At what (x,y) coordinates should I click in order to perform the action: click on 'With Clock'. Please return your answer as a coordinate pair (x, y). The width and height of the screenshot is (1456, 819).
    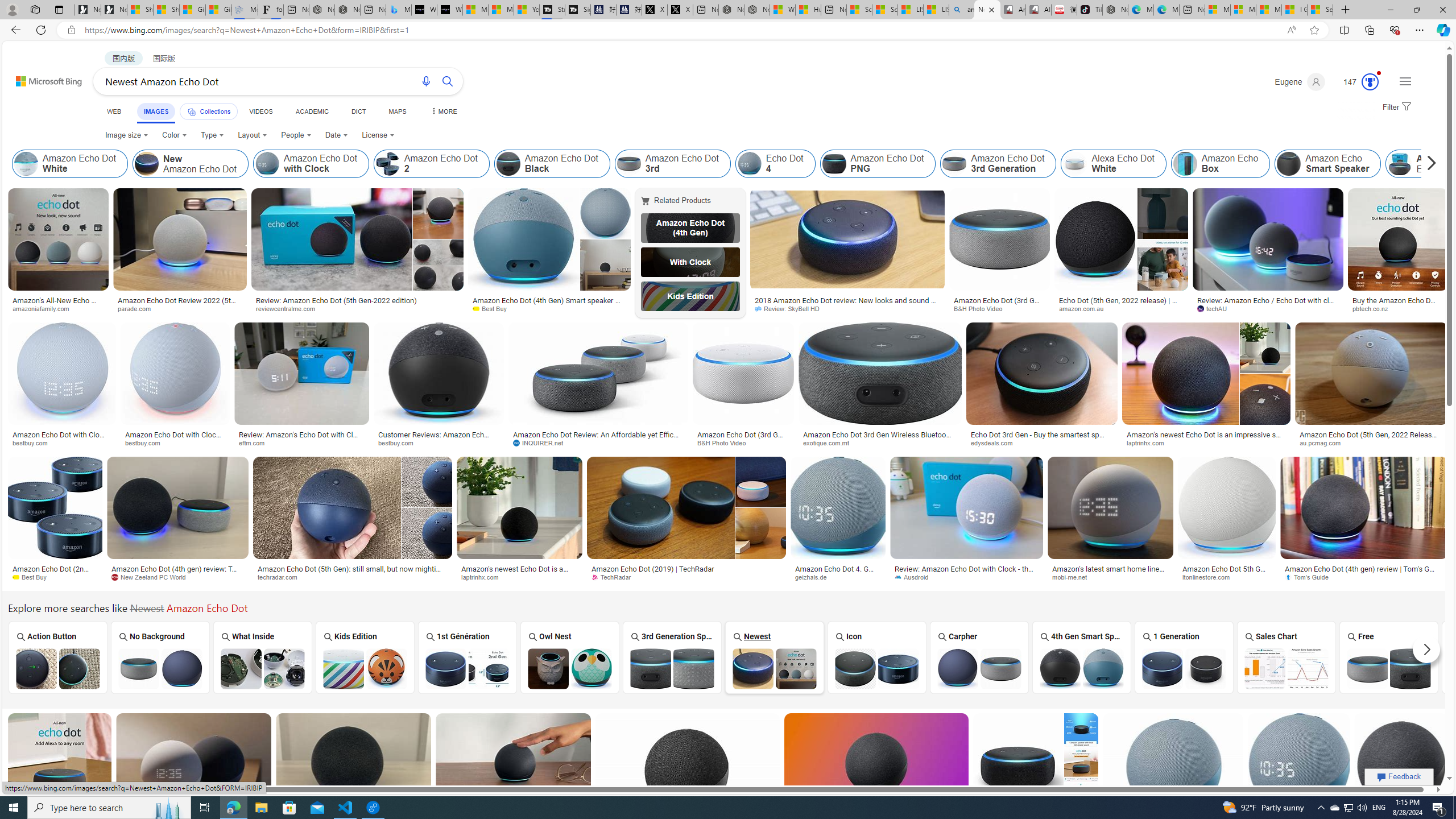
    Looking at the image, I should click on (689, 261).